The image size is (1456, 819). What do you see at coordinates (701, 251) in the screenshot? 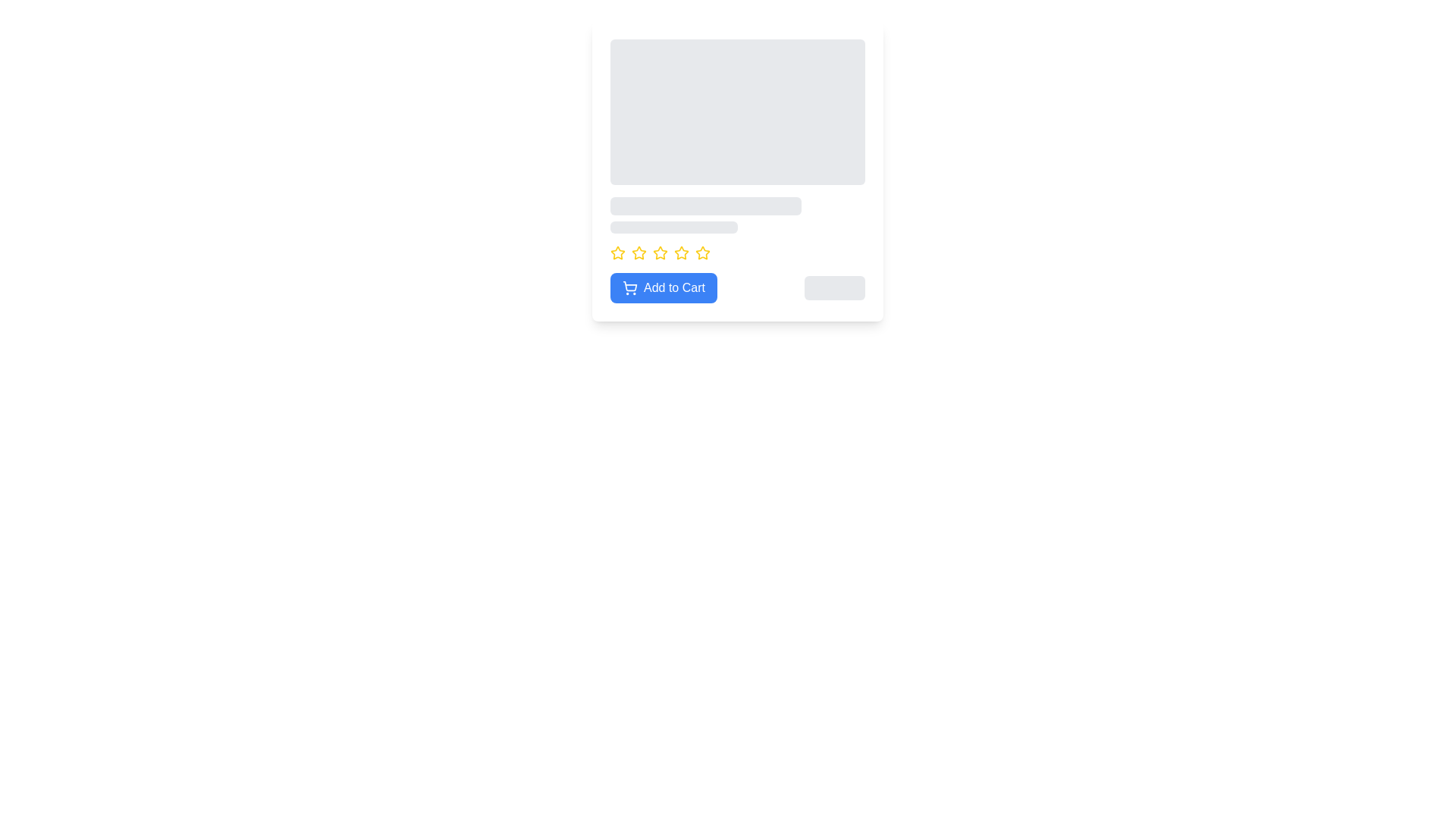
I see `the fifth rating star located at the bottom central area of the interface to provide feedback or rate an item` at bounding box center [701, 251].